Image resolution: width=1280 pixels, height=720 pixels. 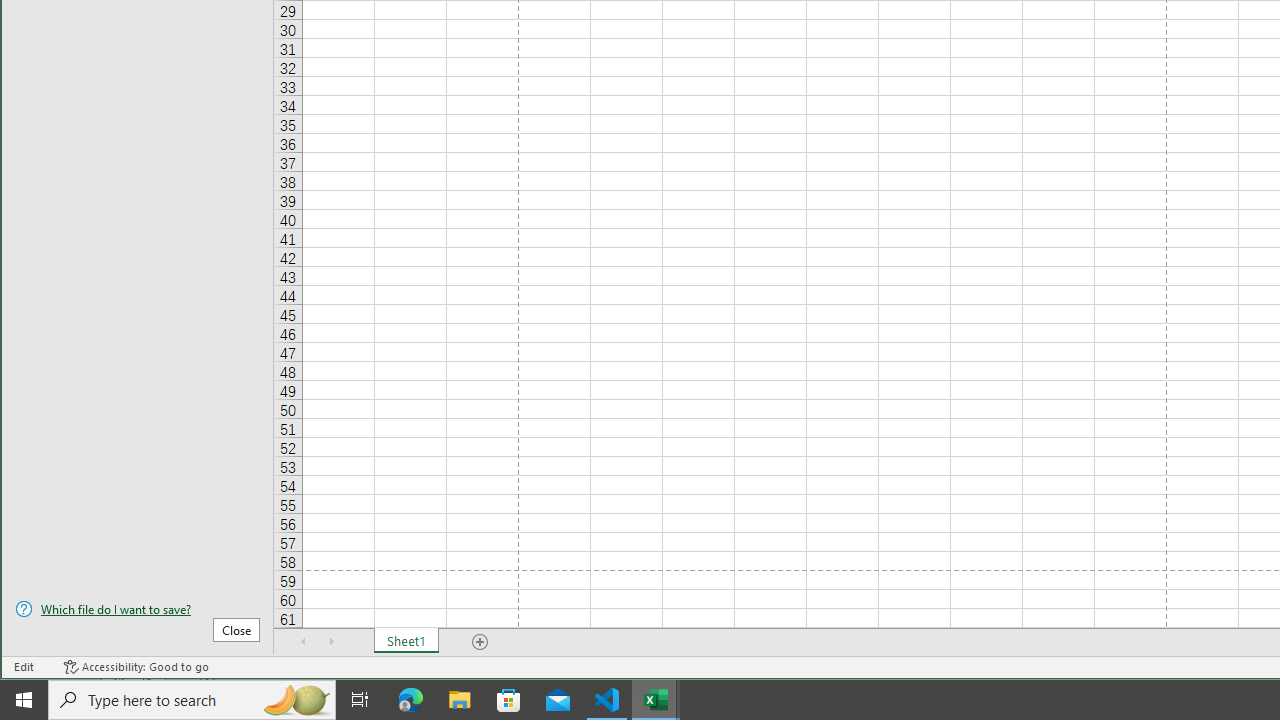 What do you see at coordinates (459, 698) in the screenshot?
I see `'File Explorer'` at bounding box center [459, 698].